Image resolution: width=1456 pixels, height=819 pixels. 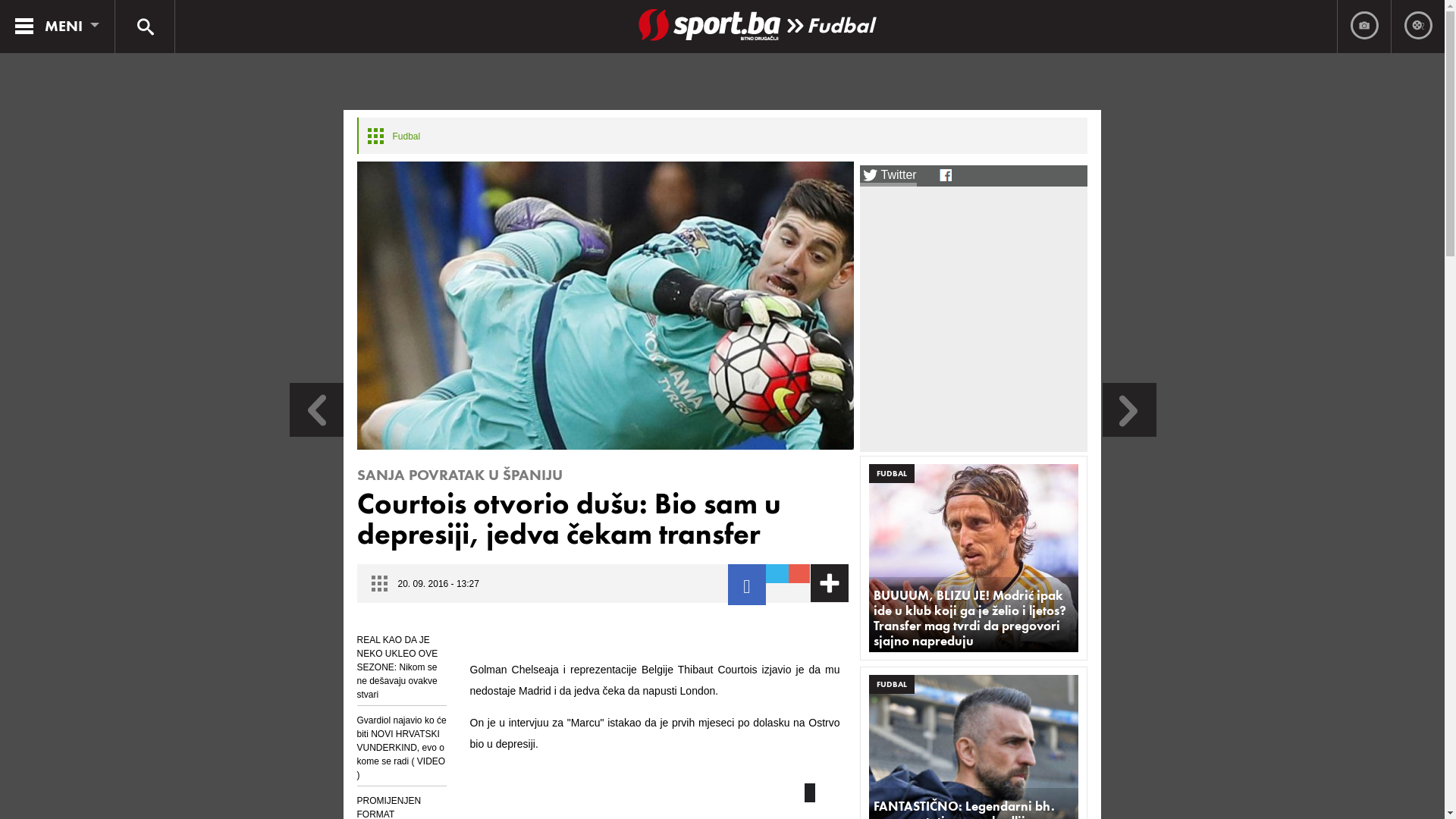 What do you see at coordinates (892, 472) in the screenshot?
I see `'FUDBAL'` at bounding box center [892, 472].